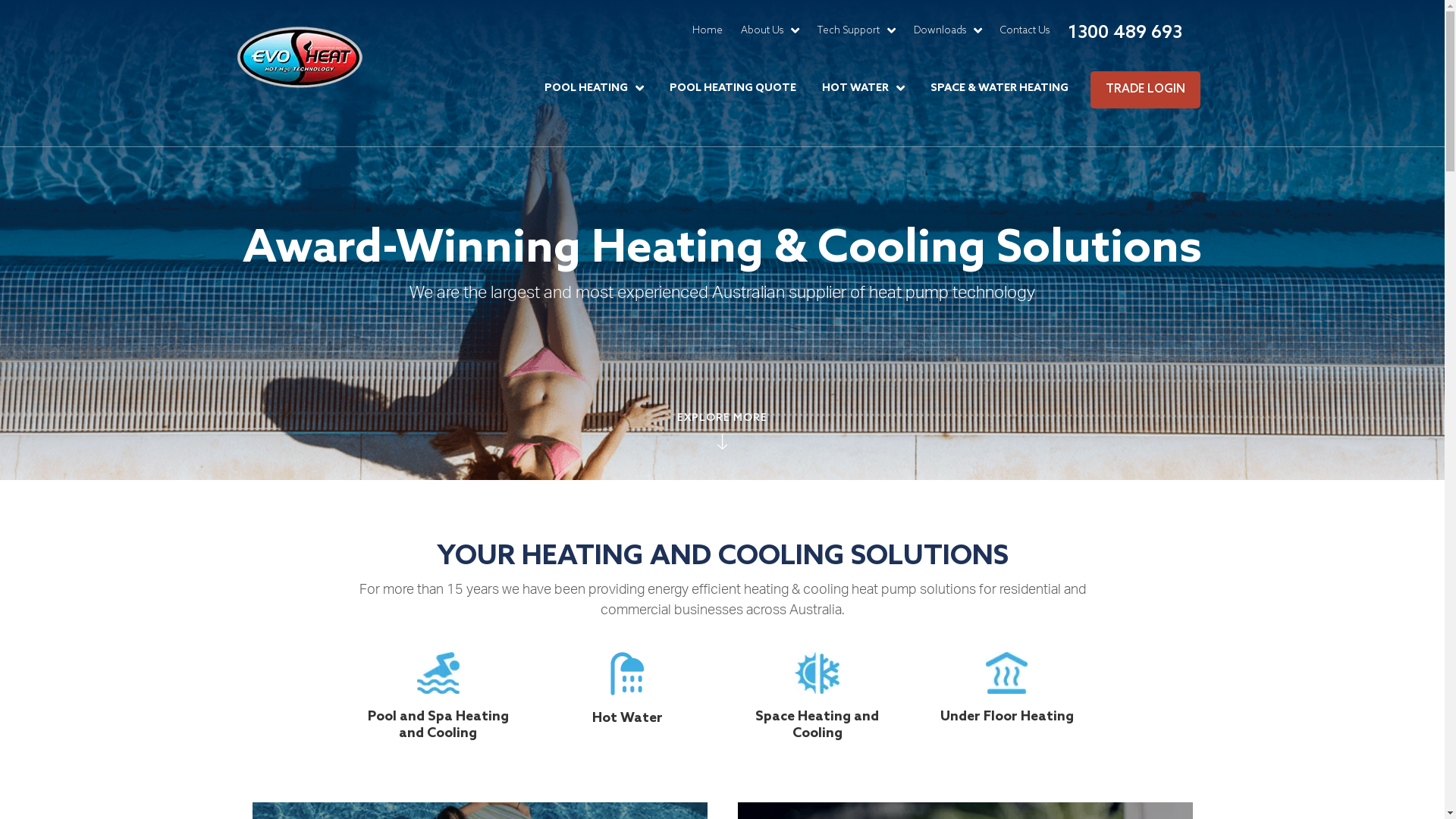  I want to click on 'Hot Water', so click(591, 717).